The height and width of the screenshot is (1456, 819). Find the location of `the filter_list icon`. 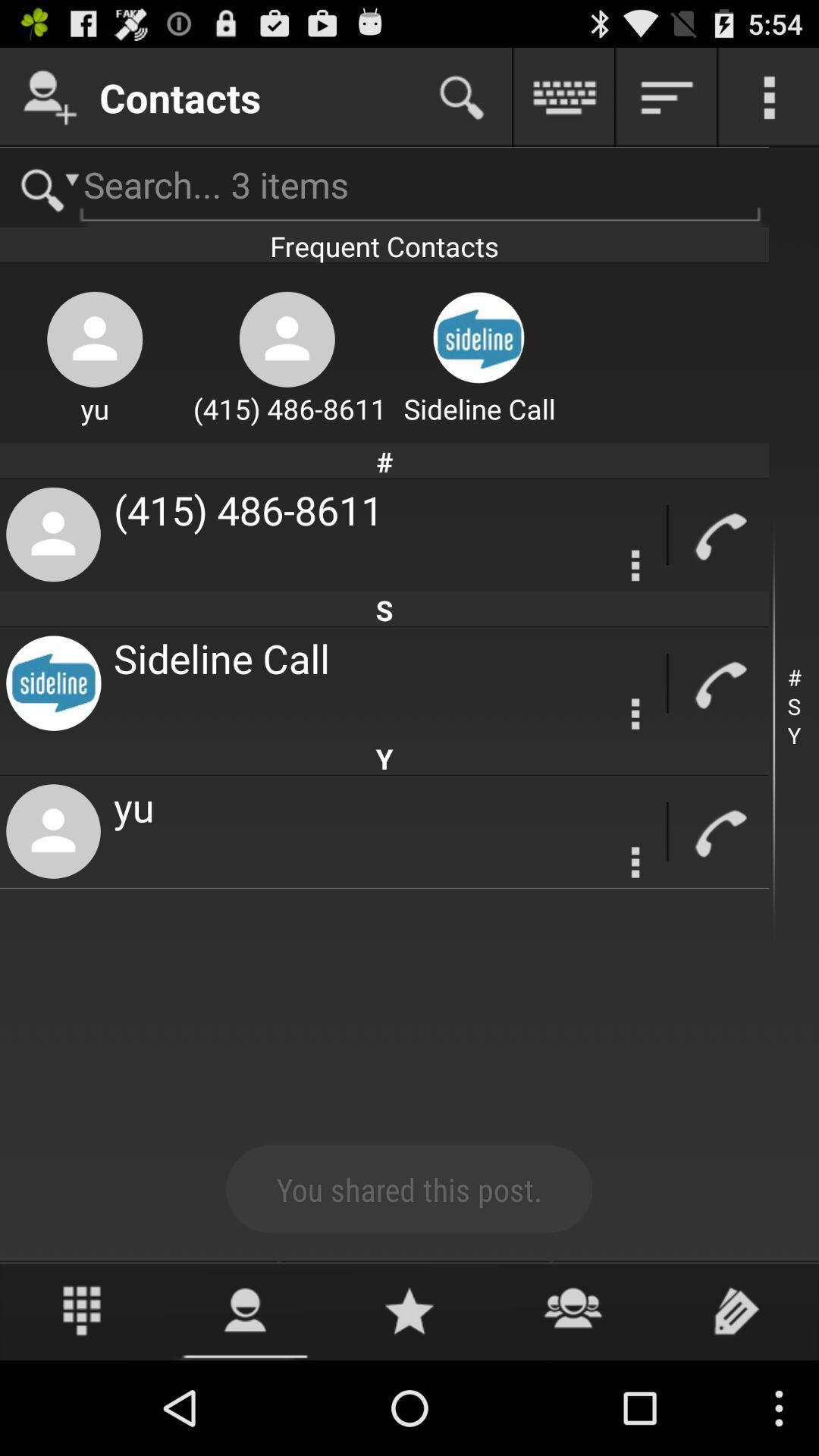

the filter_list icon is located at coordinates (666, 103).